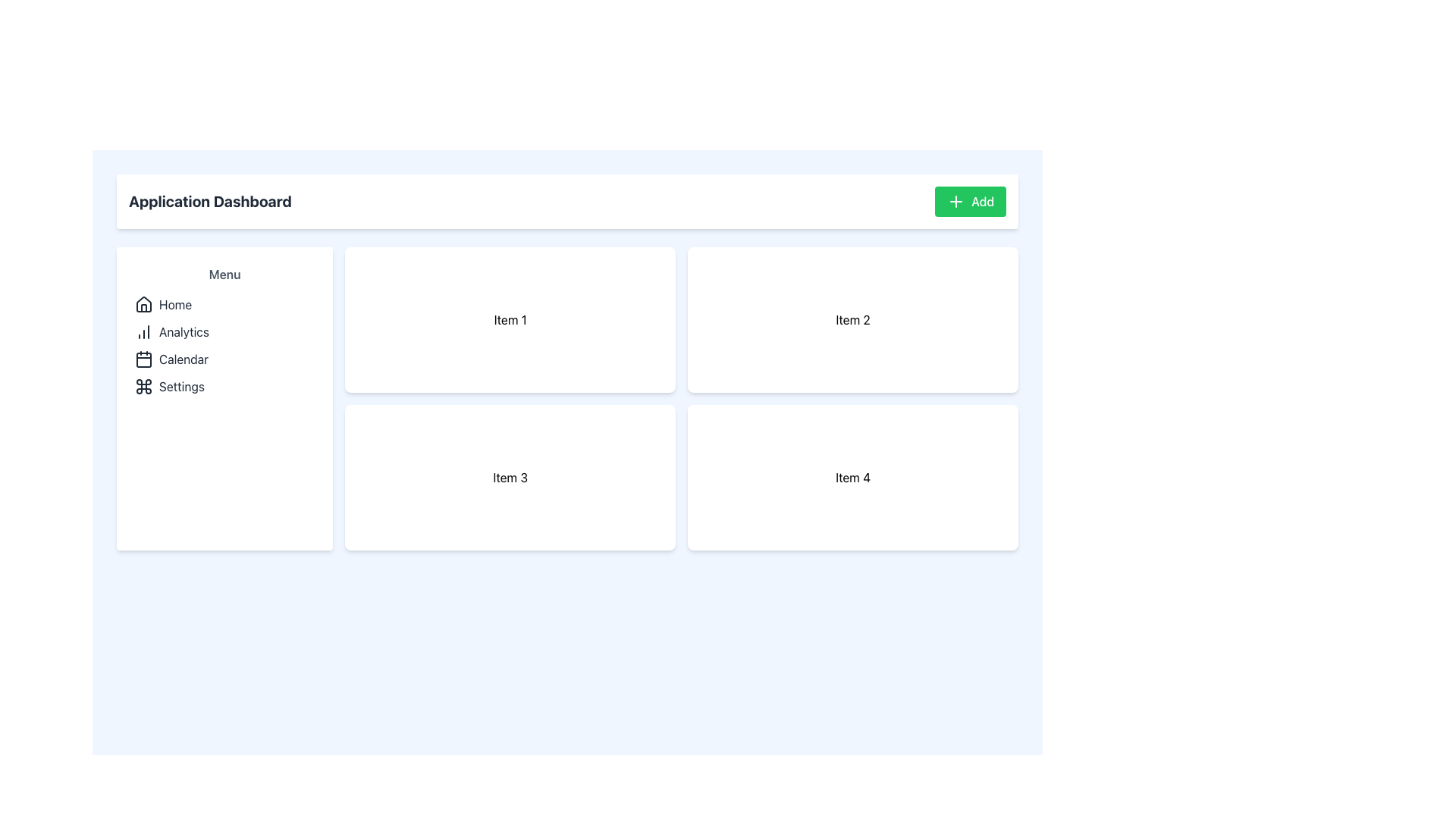 This screenshot has width=1456, height=819. Describe the element at coordinates (510, 476) in the screenshot. I see `the card labeled 'Item 3' which is a rectangular card with a white background located in the bottom-left quadrant of a 2x2 grid of cards` at that location.